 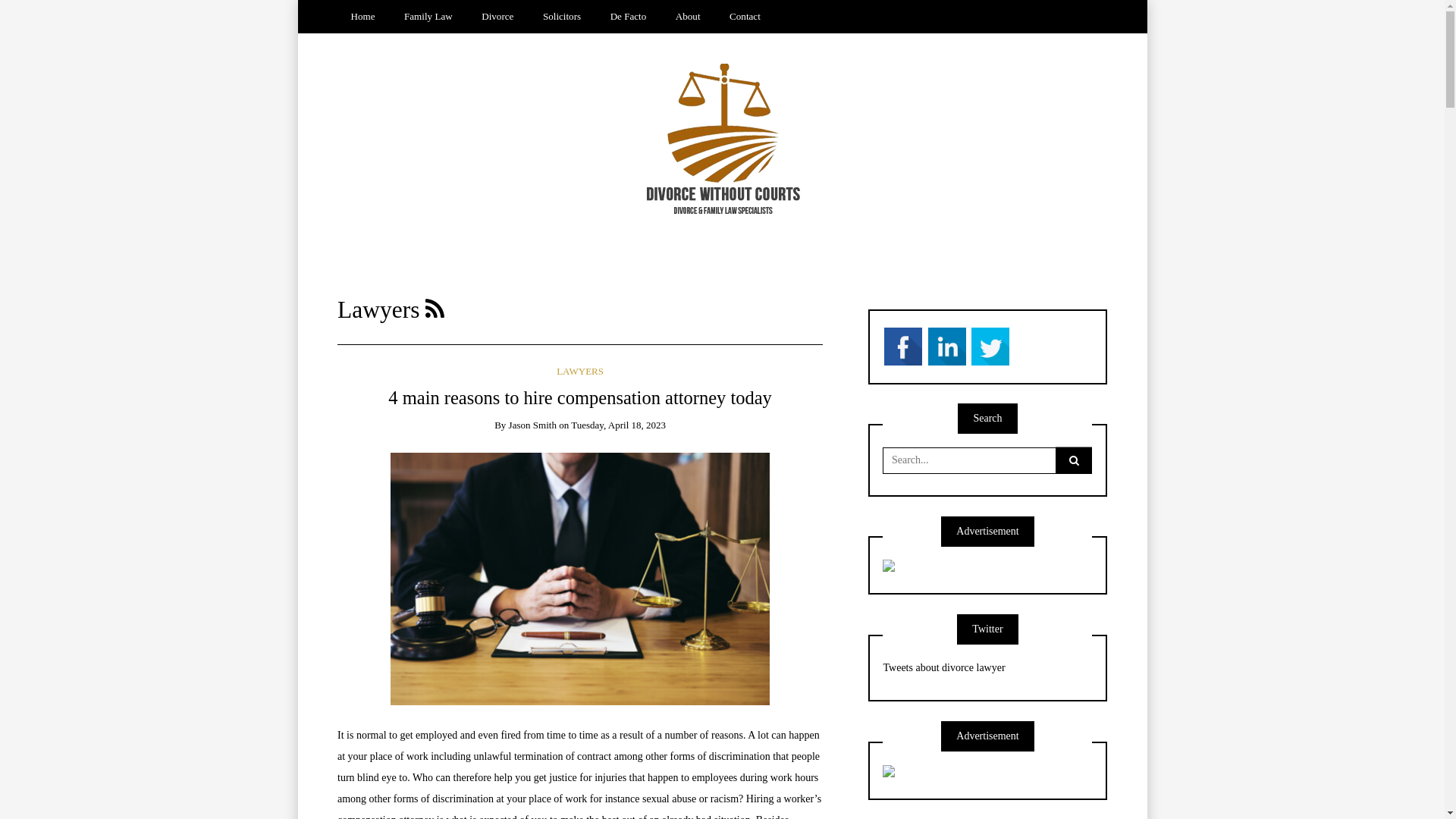 What do you see at coordinates (902, 345) in the screenshot?
I see `'Facebook'` at bounding box center [902, 345].